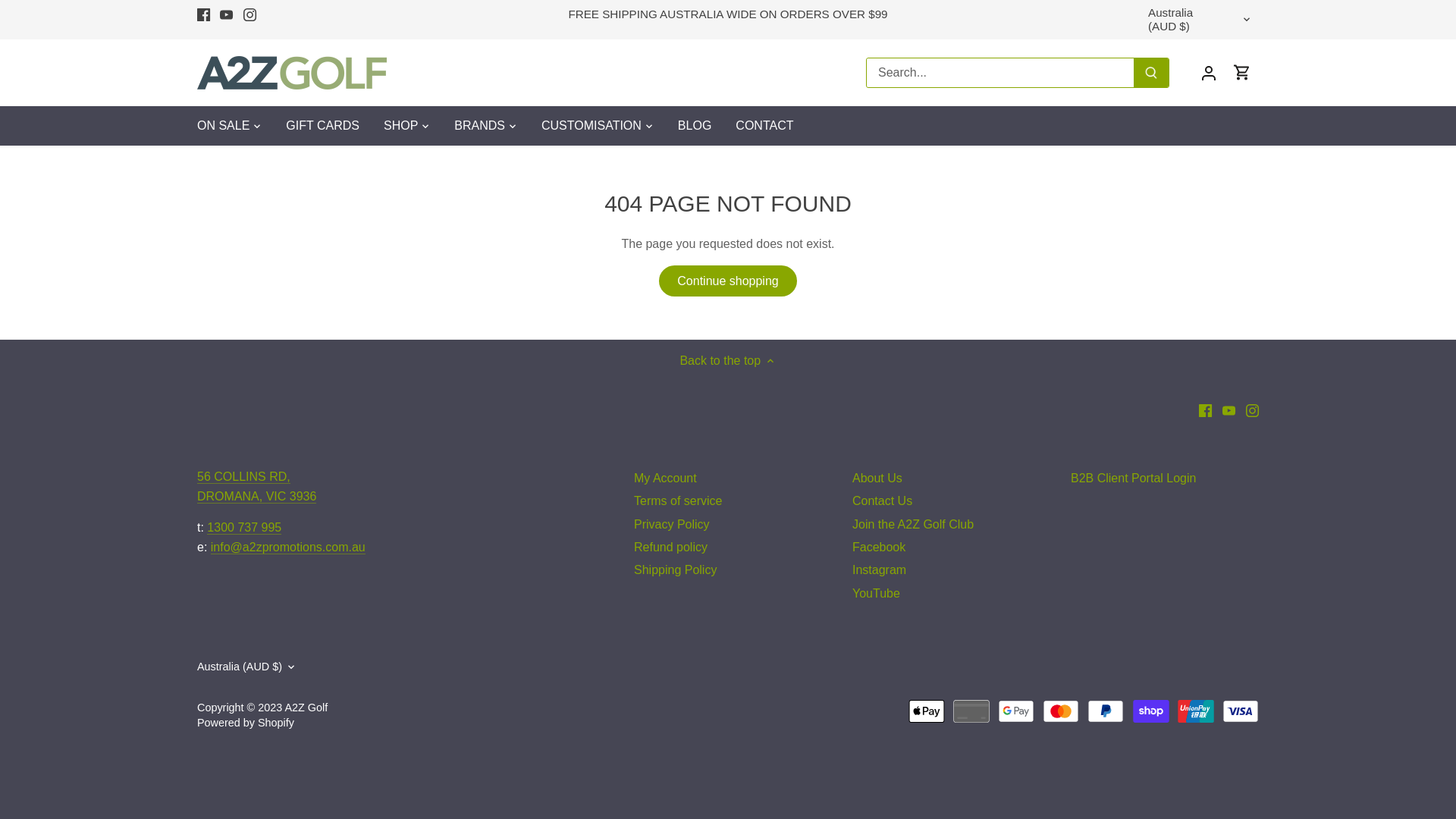 This screenshot has height=819, width=1456. Describe the element at coordinates (228, 125) in the screenshot. I see `'ON SALE'` at that location.